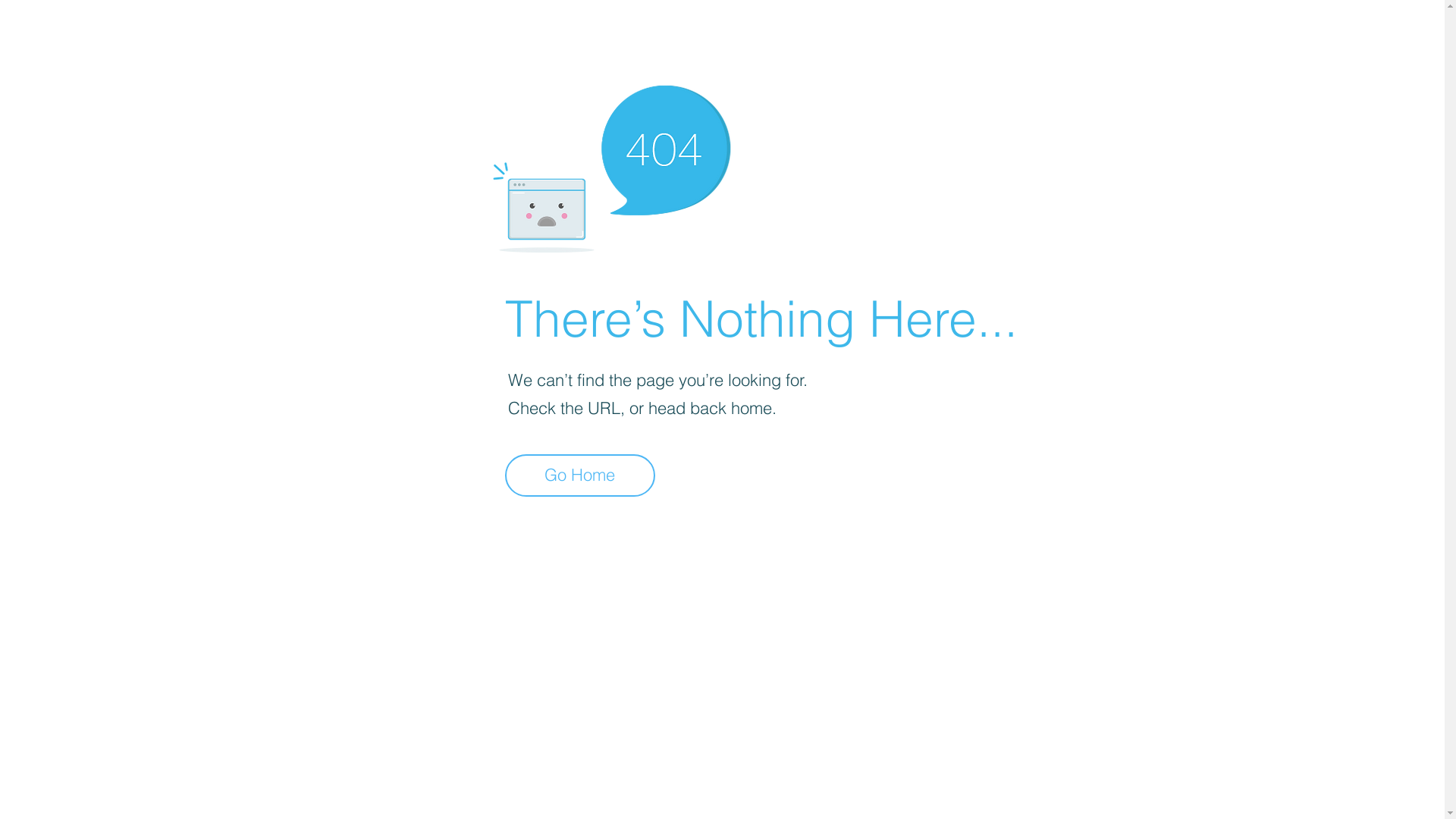 The width and height of the screenshot is (1456, 819). What do you see at coordinates (505, 475) in the screenshot?
I see `'Go Home'` at bounding box center [505, 475].